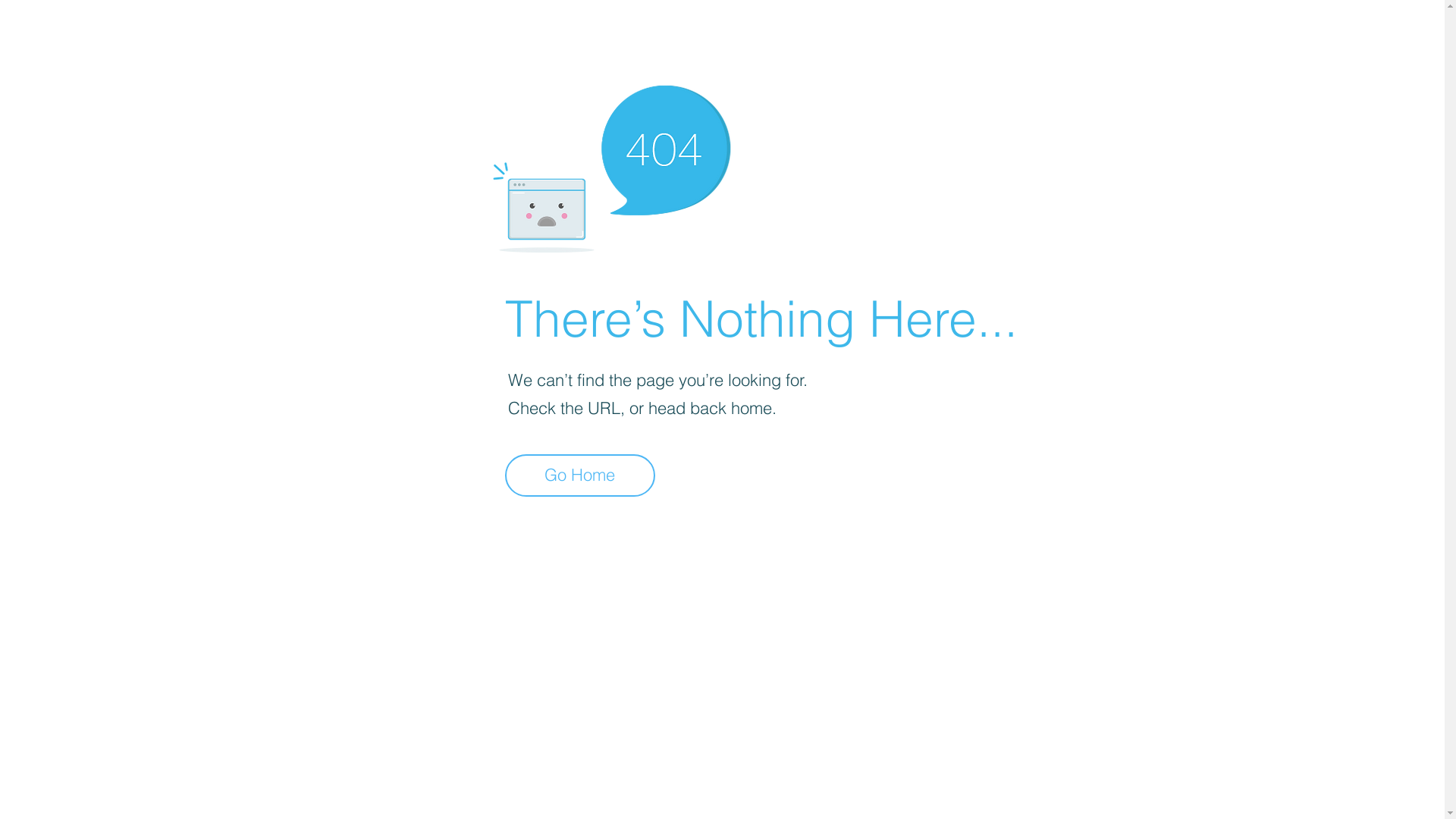 The width and height of the screenshot is (1456, 819). What do you see at coordinates (505, 475) in the screenshot?
I see `'Go Home'` at bounding box center [505, 475].